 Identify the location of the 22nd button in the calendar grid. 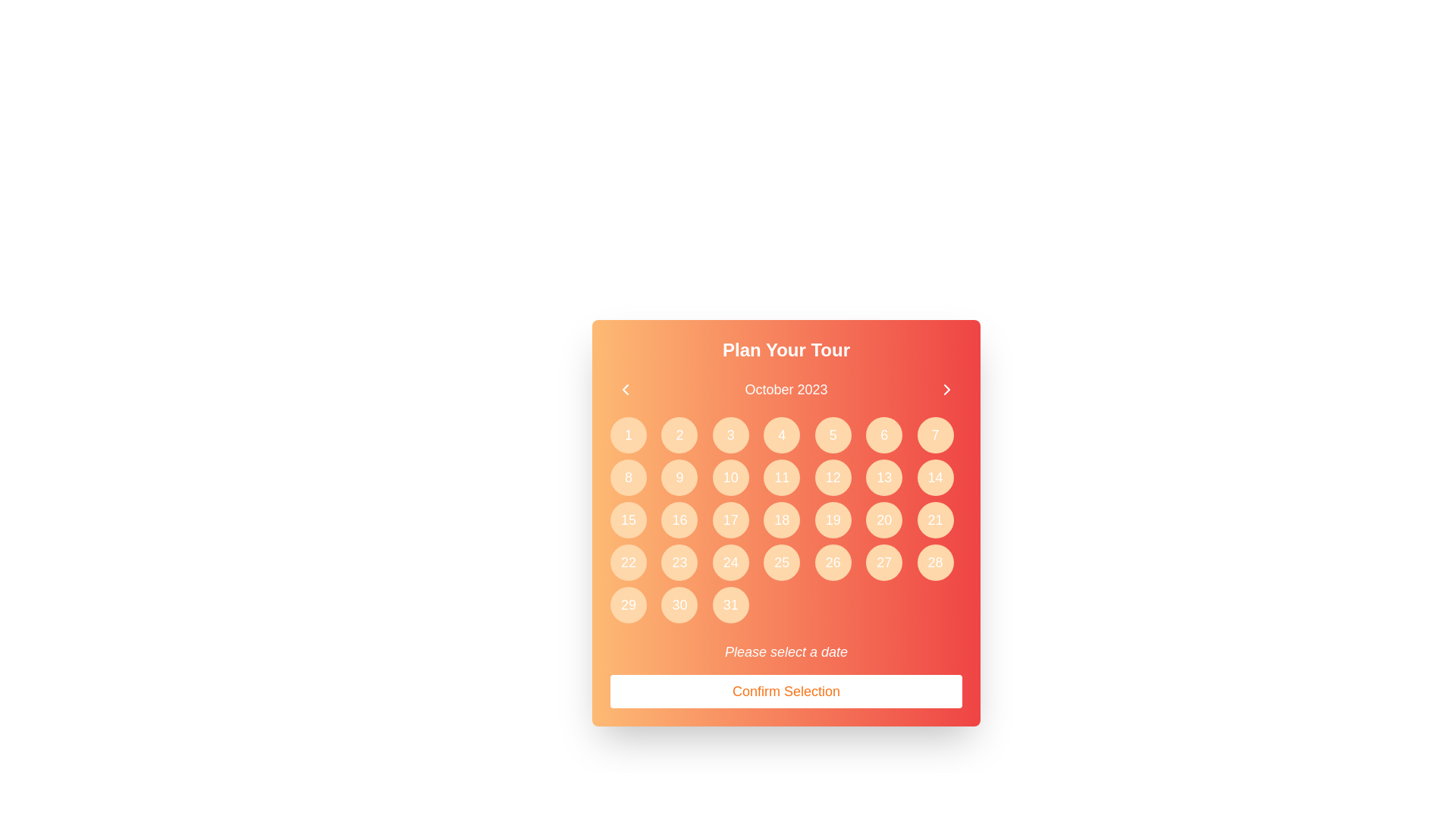
(629, 562).